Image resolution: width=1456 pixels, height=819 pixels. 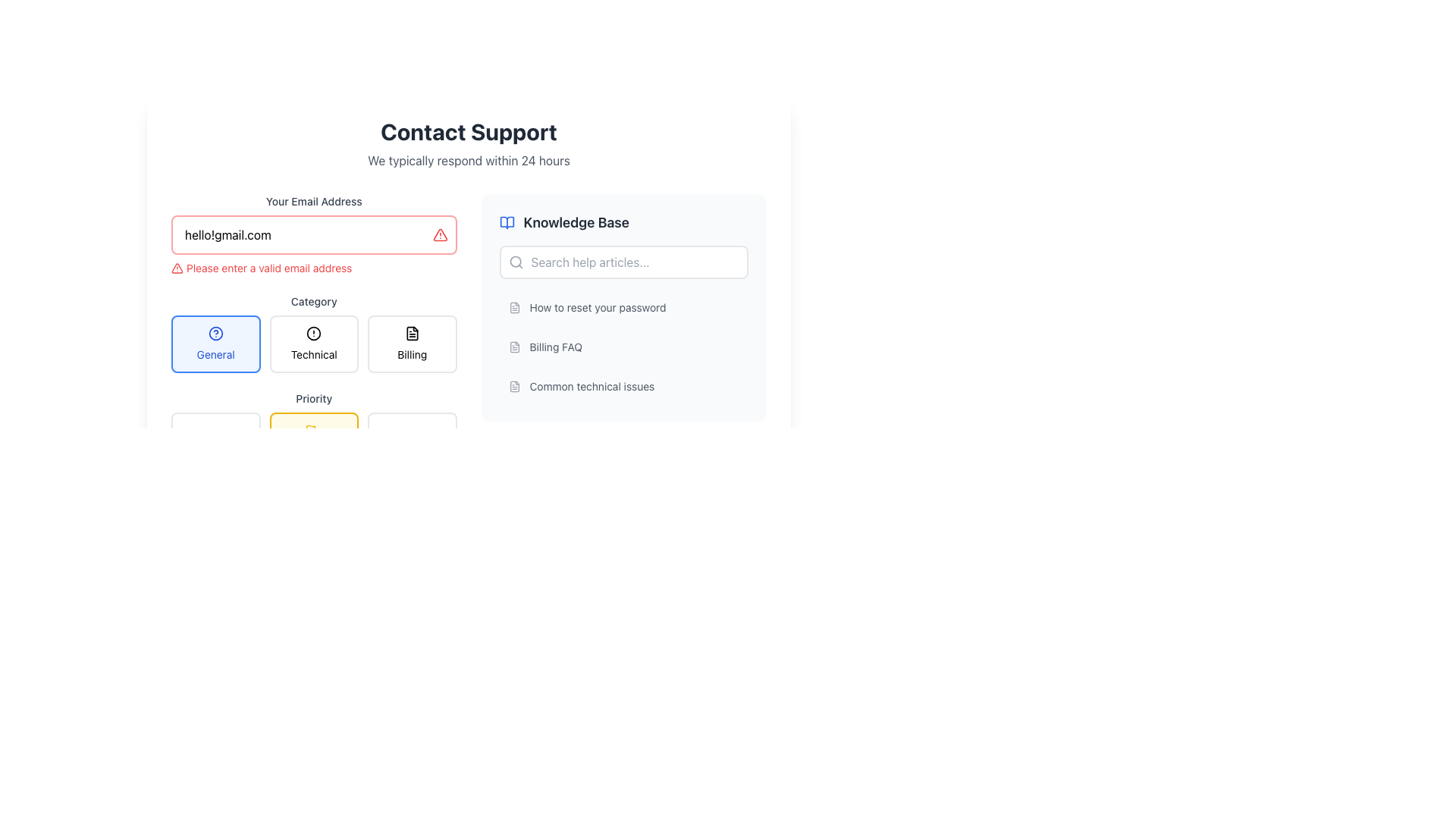 What do you see at coordinates (514, 347) in the screenshot?
I see `the graphical representation of the SVG Icon resembling a document with a text layout, located to the left of the 'Billing FAQ' text` at bounding box center [514, 347].